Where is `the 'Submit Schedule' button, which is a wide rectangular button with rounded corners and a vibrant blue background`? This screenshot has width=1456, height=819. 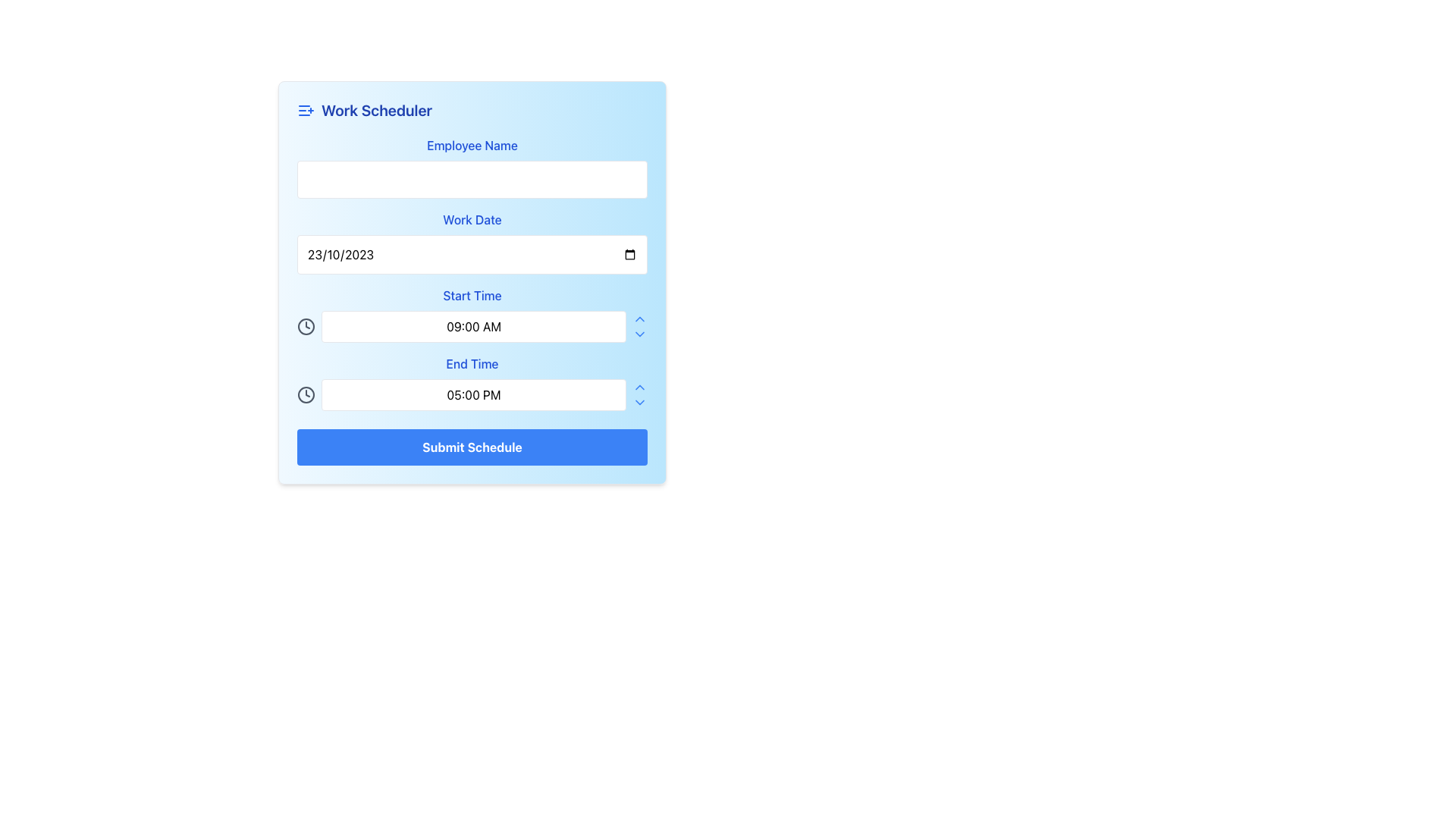
the 'Submit Schedule' button, which is a wide rectangular button with rounded corners and a vibrant blue background is located at coordinates (472, 447).